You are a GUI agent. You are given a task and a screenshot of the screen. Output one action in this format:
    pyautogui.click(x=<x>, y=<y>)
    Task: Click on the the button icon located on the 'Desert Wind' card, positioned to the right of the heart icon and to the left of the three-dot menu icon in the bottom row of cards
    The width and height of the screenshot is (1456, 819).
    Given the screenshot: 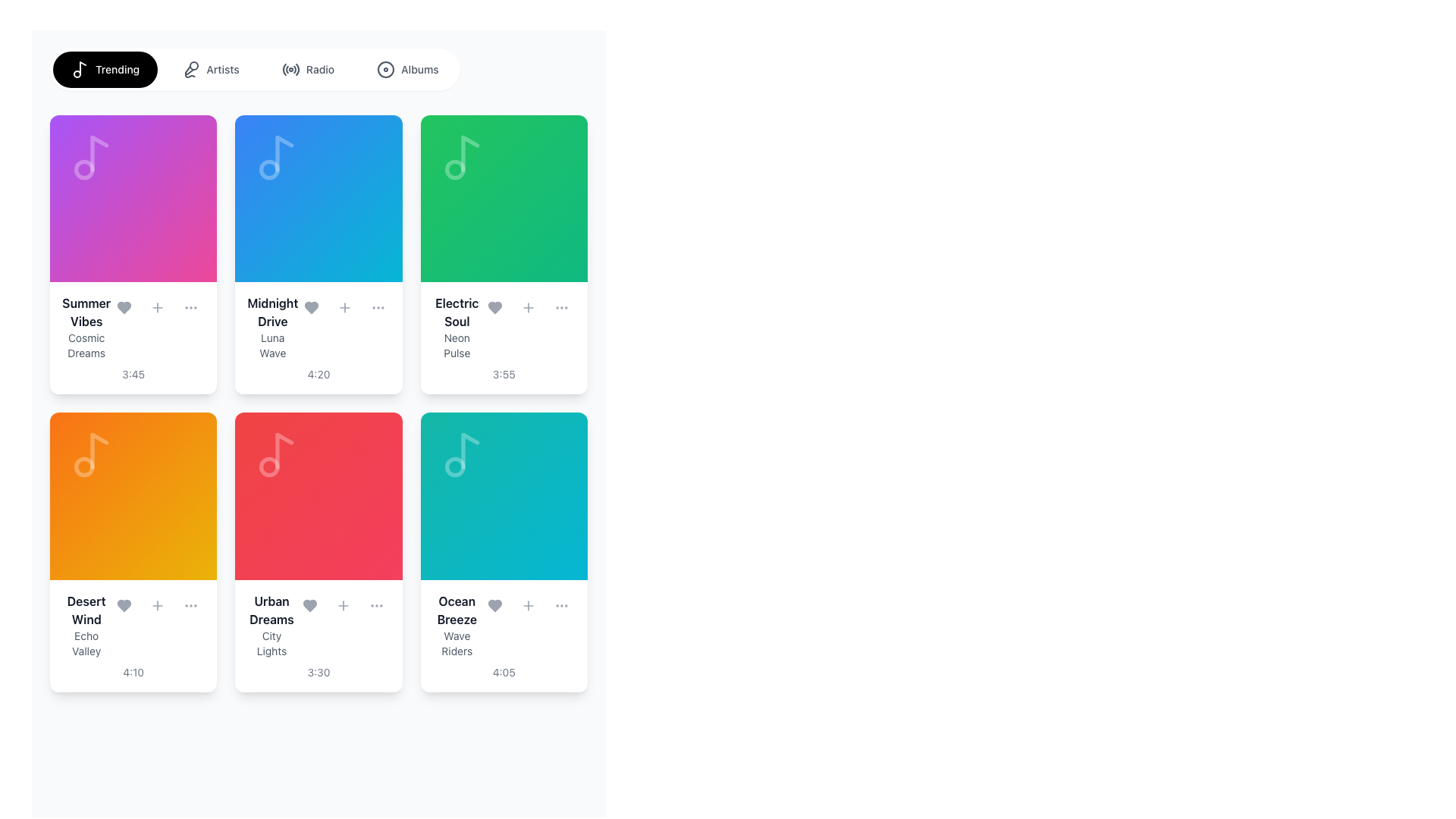 What is the action you would take?
    pyautogui.click(x=158, y=604)
    